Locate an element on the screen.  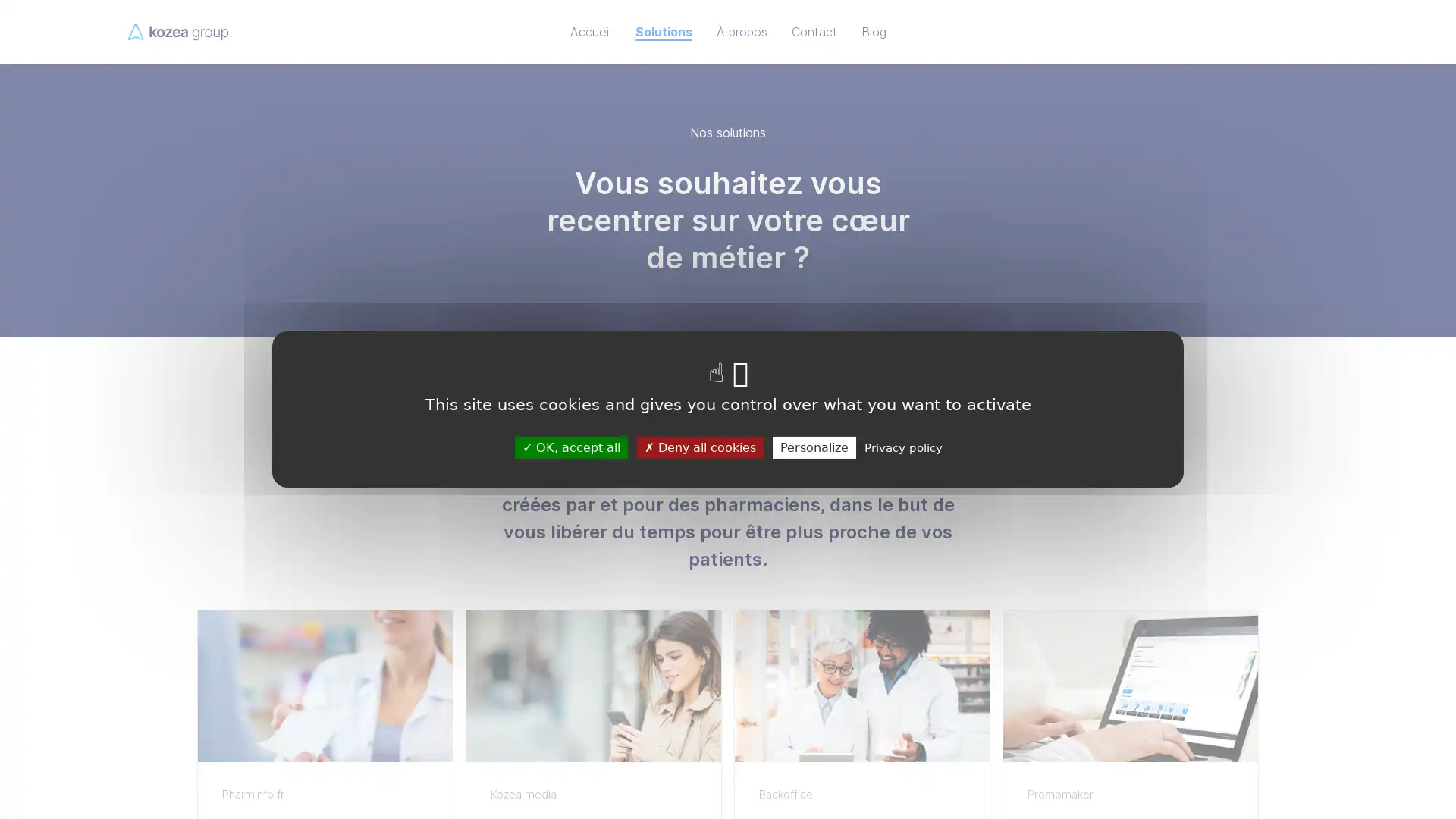
OK, accept all is located at coordinates (570, 447).